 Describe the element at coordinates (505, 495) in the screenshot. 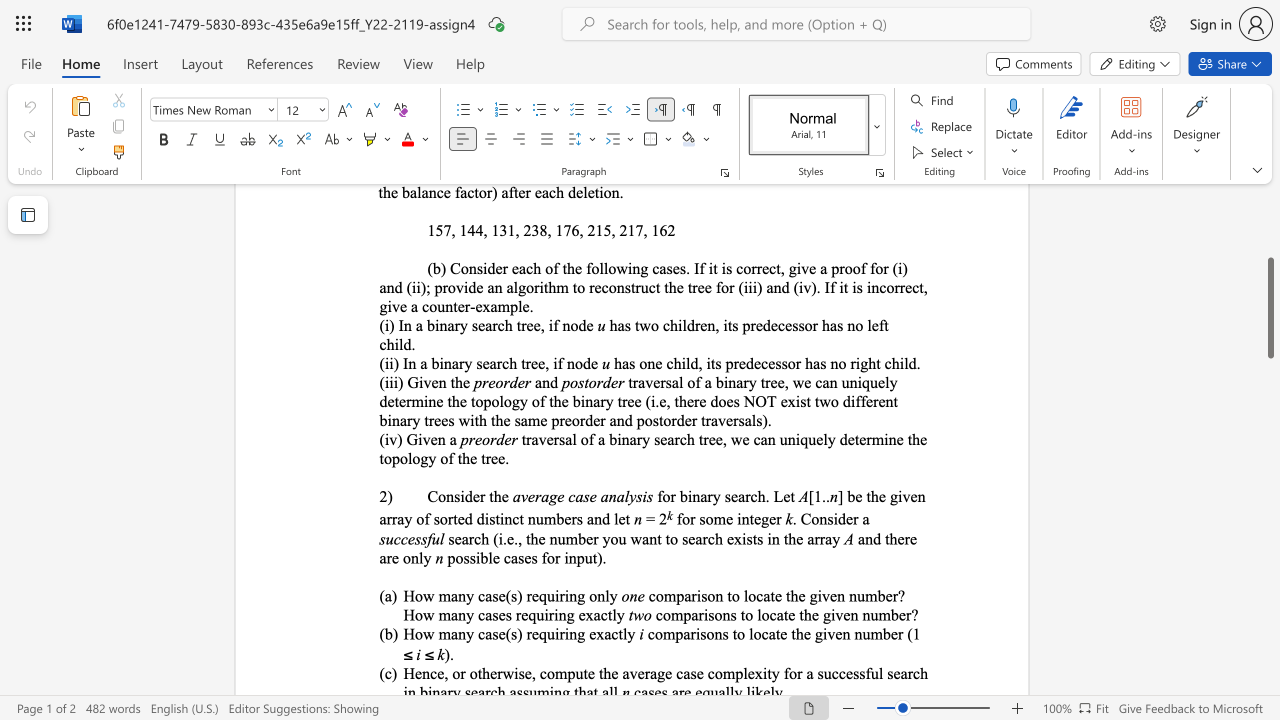

I see `the 2th character "e" in the text` at that location.